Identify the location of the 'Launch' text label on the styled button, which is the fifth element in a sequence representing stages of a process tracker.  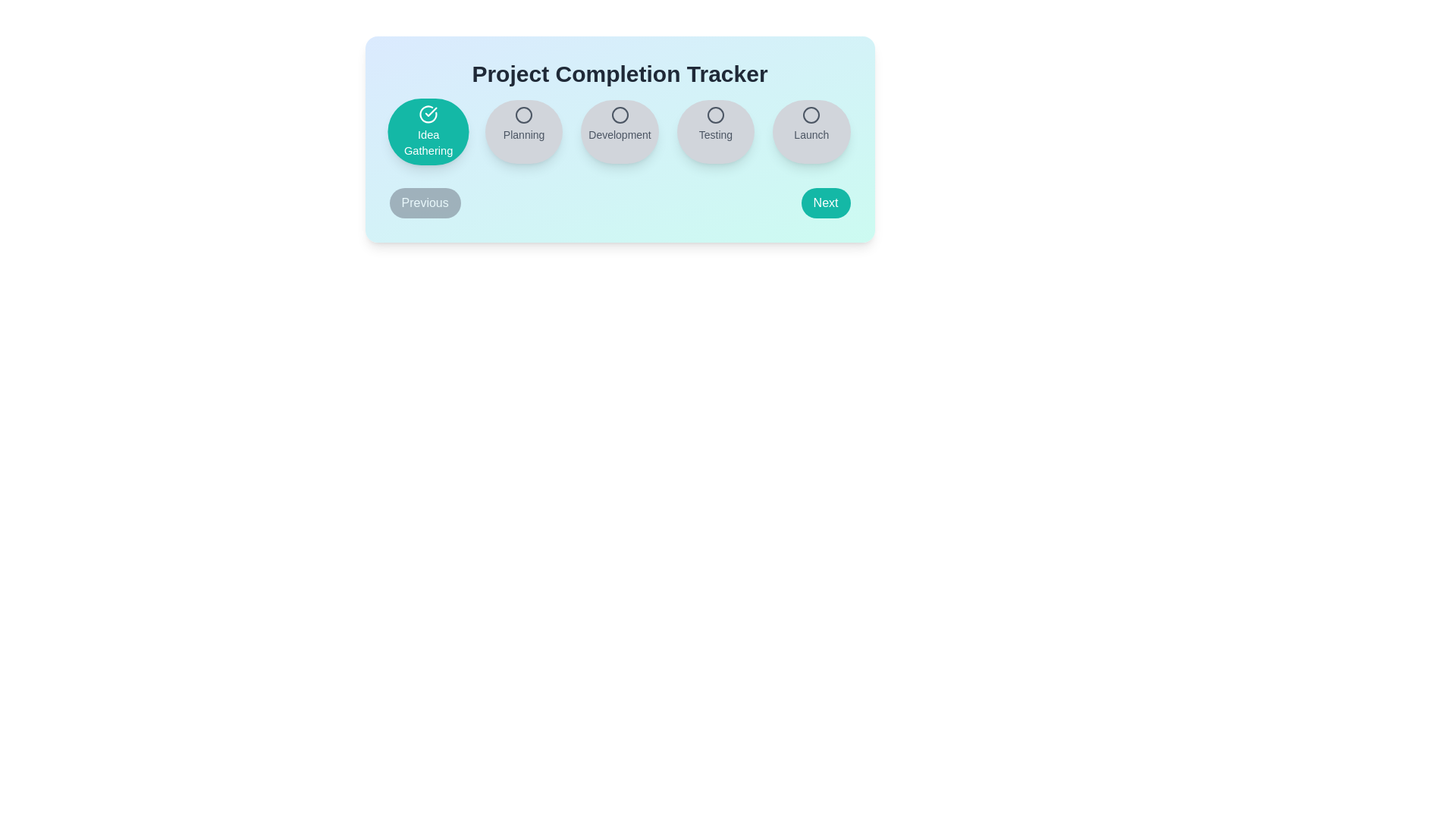
(811, 130).